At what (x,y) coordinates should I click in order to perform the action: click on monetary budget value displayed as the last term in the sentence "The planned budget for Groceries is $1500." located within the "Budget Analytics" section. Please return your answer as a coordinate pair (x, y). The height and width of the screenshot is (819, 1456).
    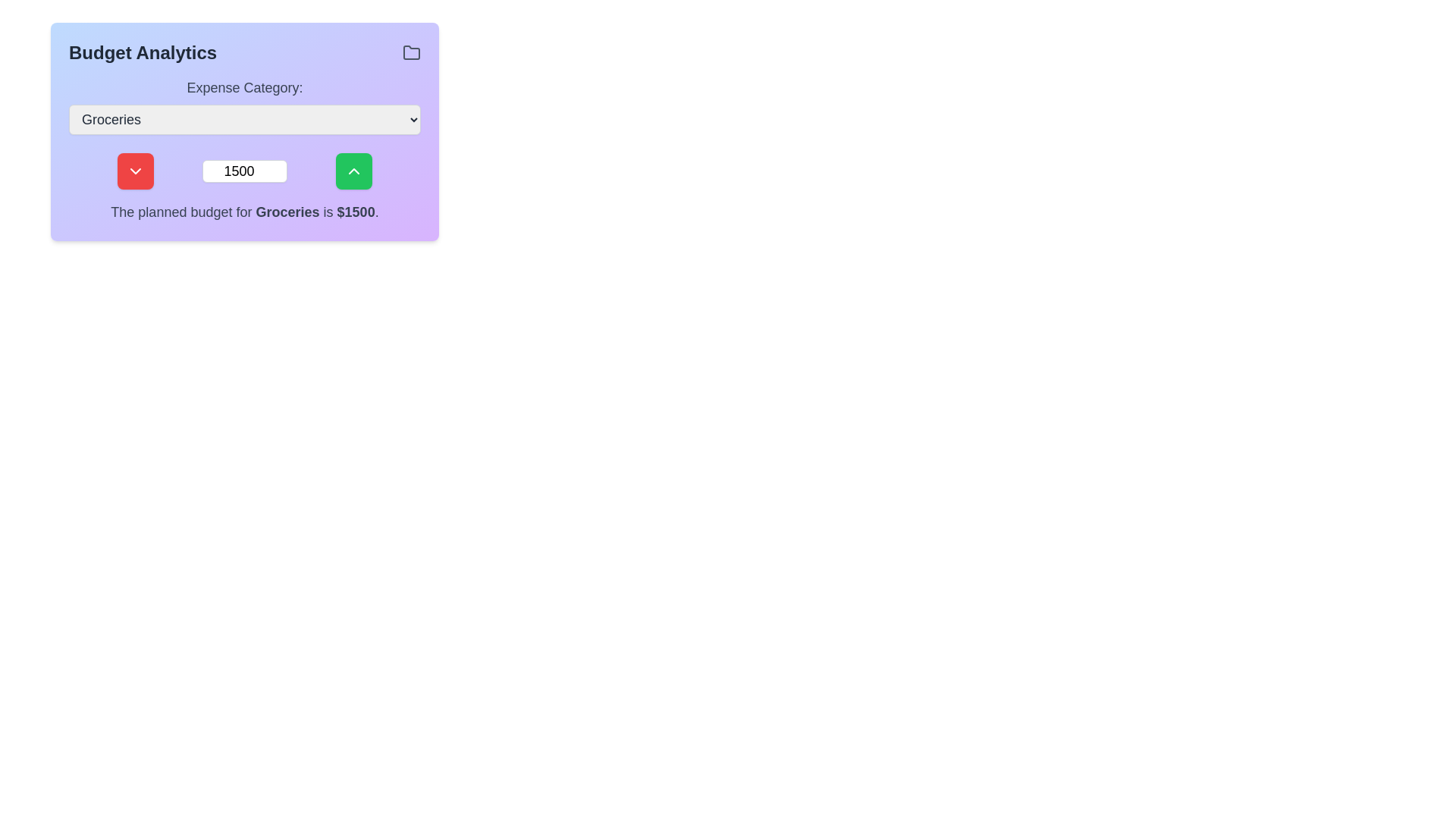
    Looking at the image, I should click on (355, 212).